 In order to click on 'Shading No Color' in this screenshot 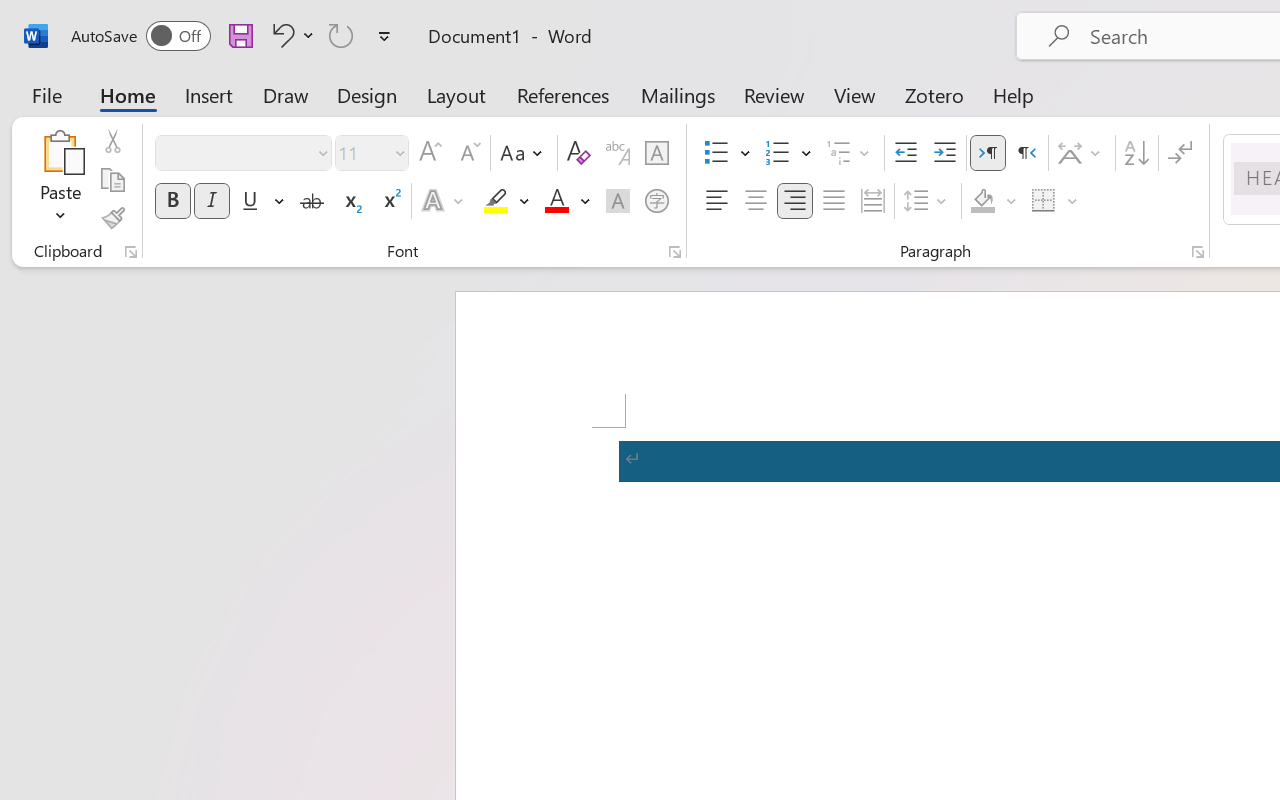, I will do `click(983, 201)`.